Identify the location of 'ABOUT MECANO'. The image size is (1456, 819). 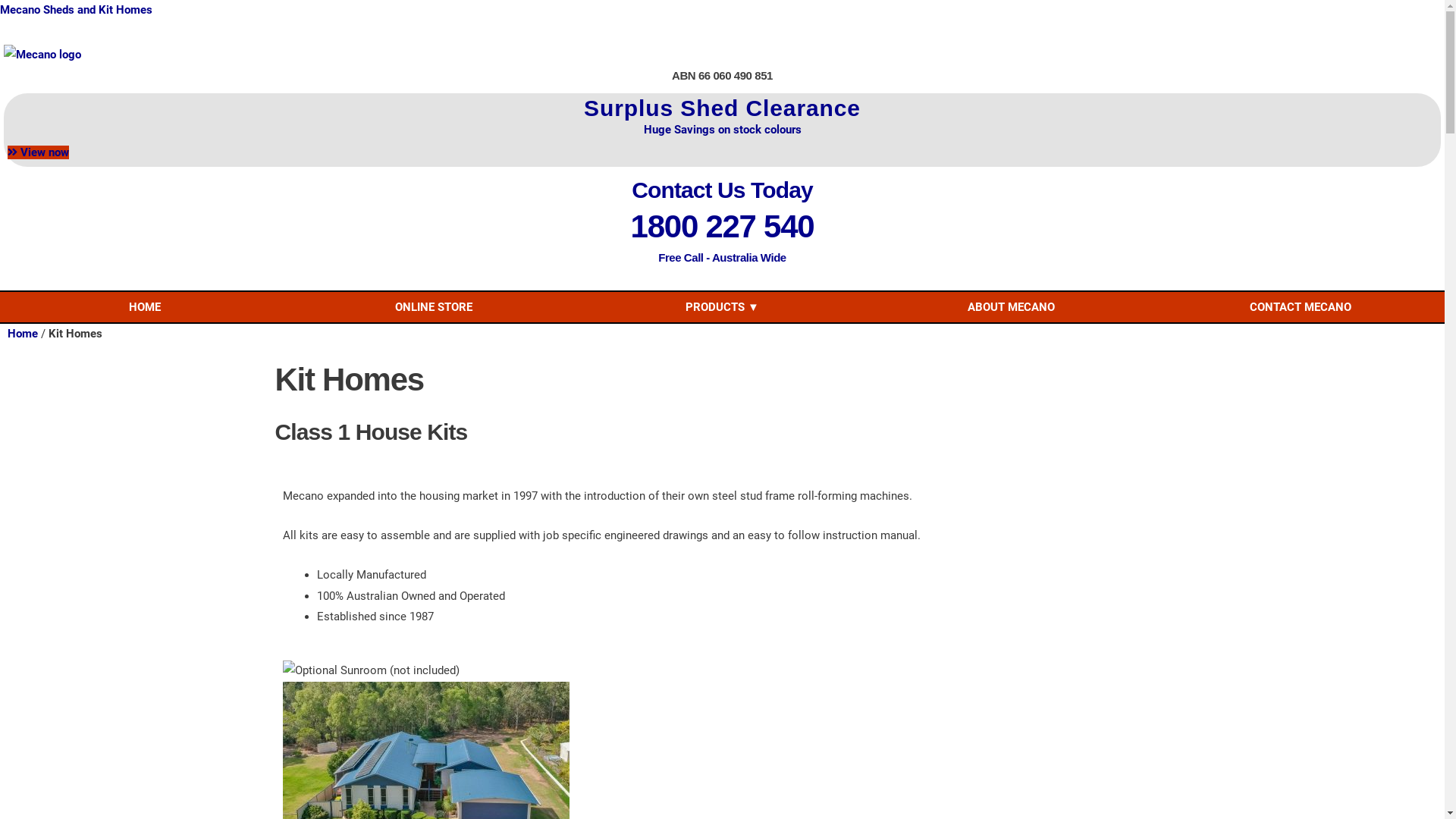
(1011, 307).